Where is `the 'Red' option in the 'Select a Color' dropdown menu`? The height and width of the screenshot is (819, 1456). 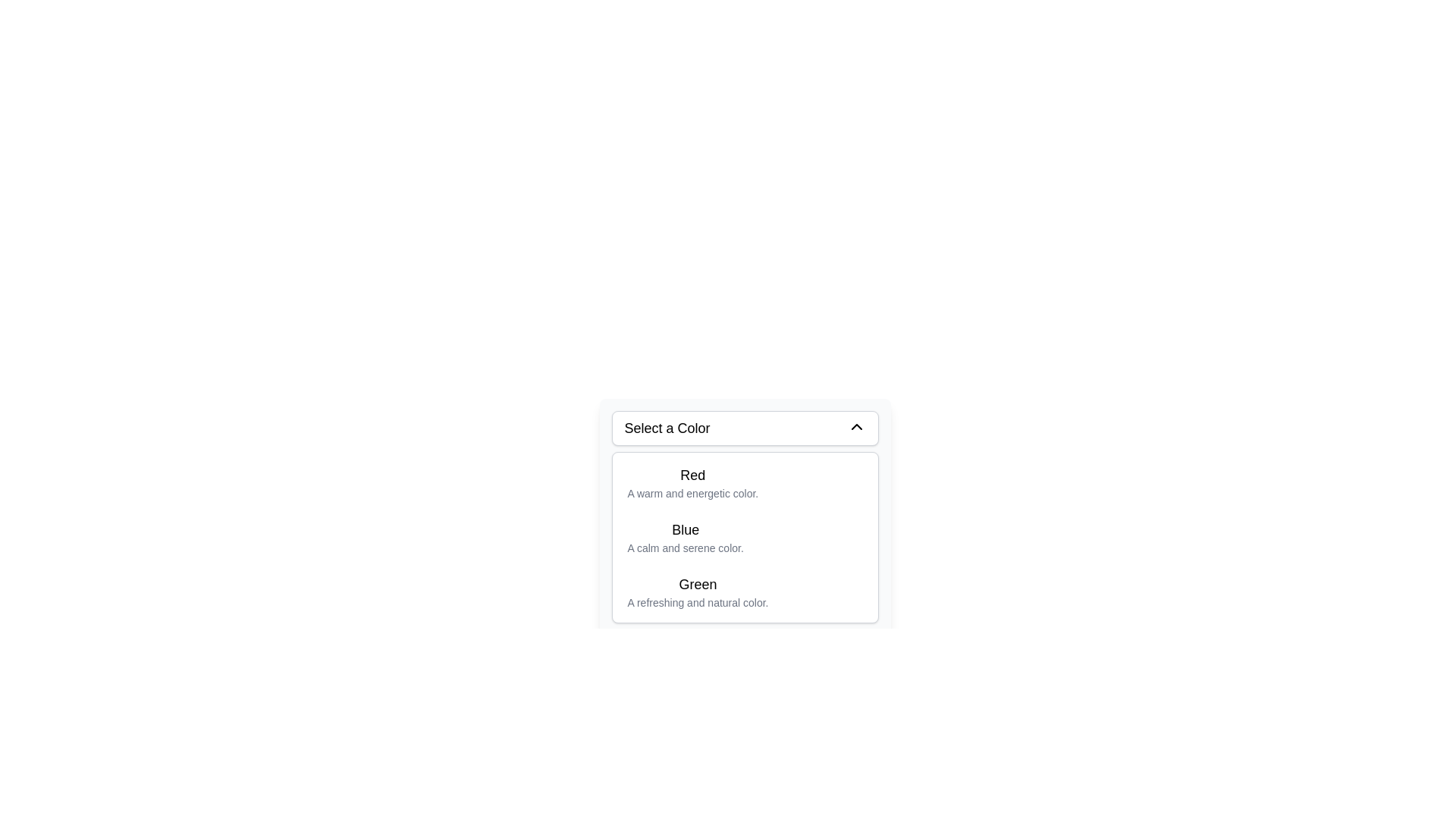
the 'Red' option in the 'Select a Color' dropdown menu is located at coordinates (745, 482).